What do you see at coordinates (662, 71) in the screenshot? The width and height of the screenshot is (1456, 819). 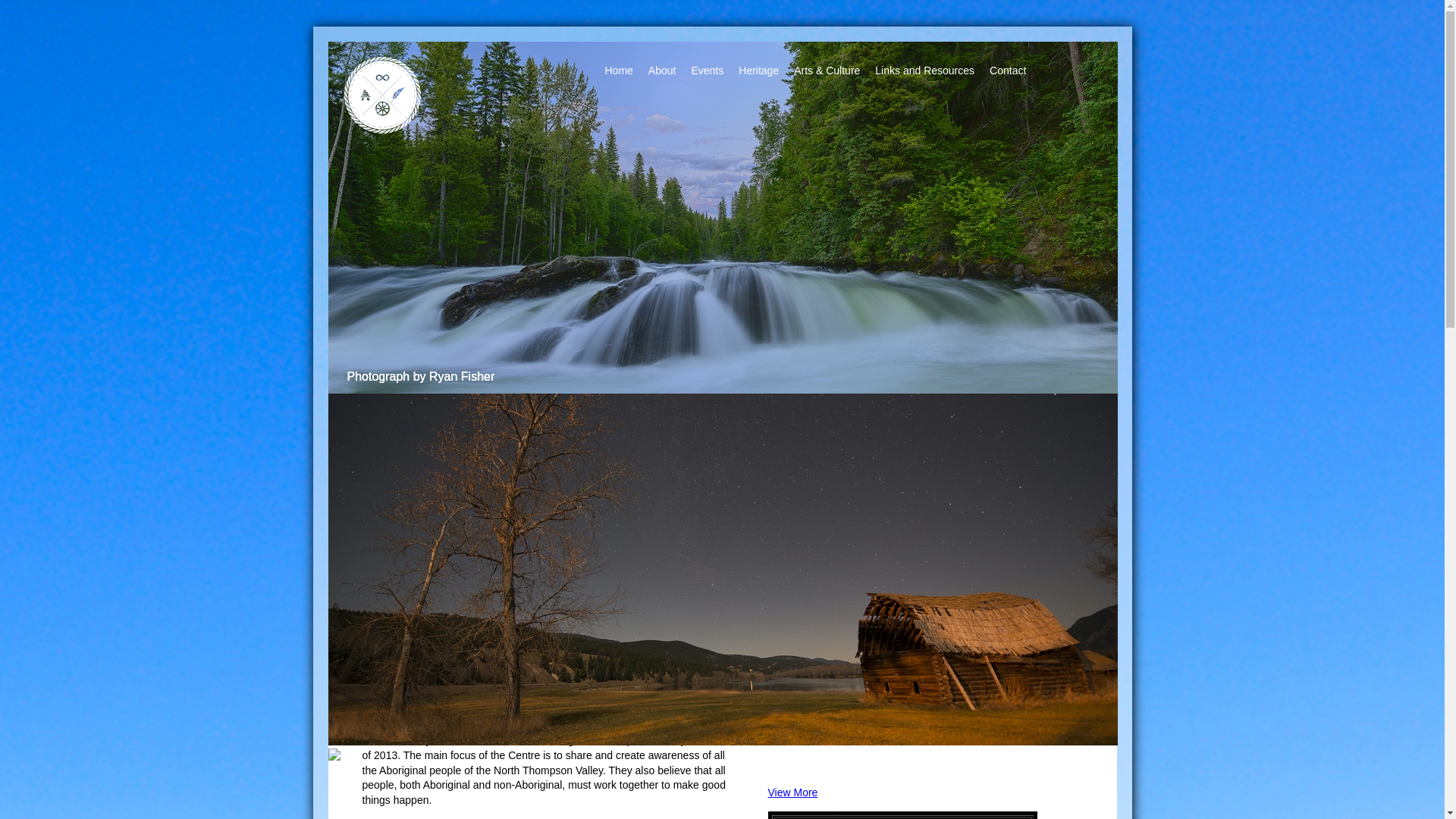 I see `'About'` at bounding box center [662, 71].